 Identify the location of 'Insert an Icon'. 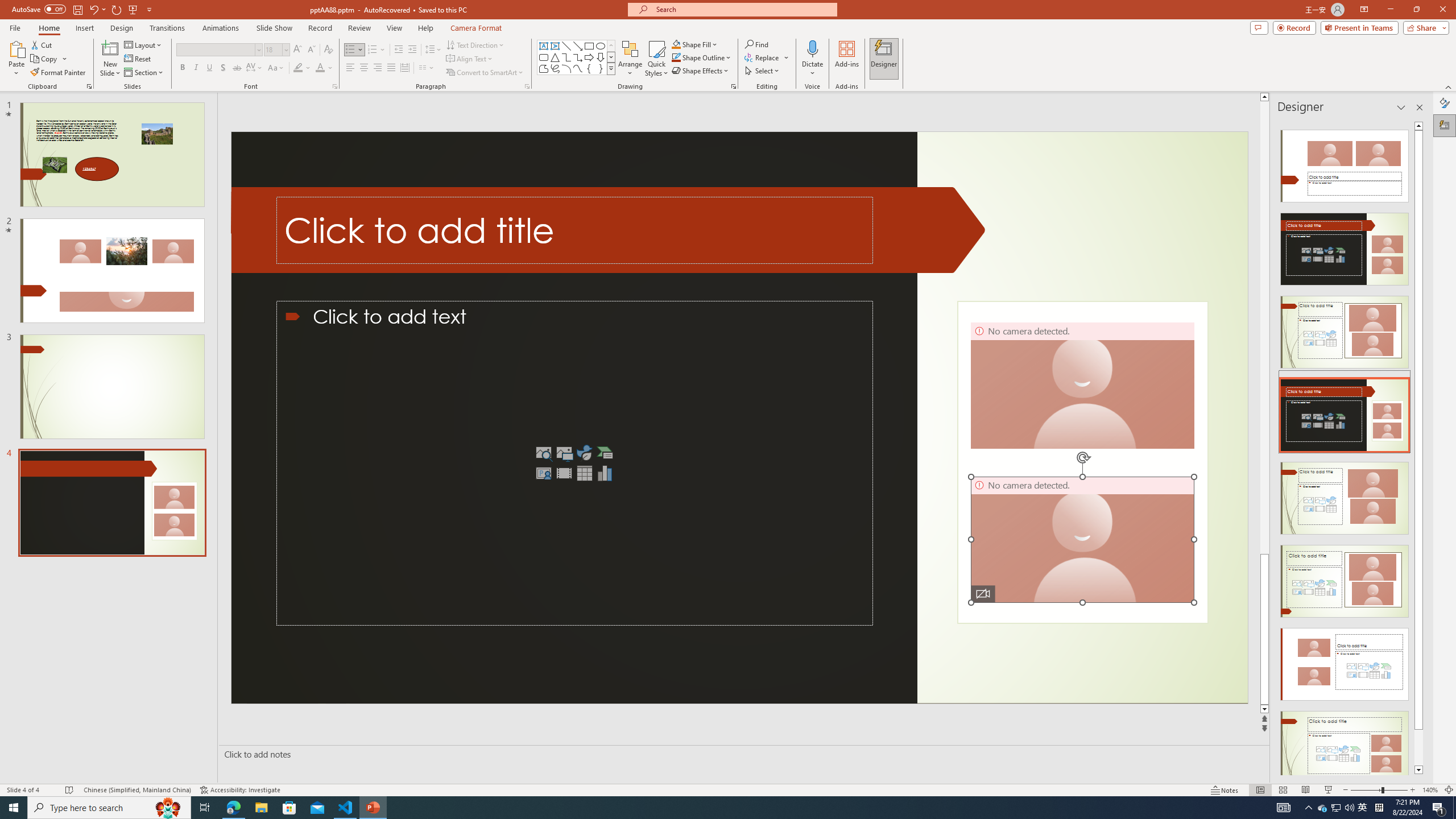
(584, 453).